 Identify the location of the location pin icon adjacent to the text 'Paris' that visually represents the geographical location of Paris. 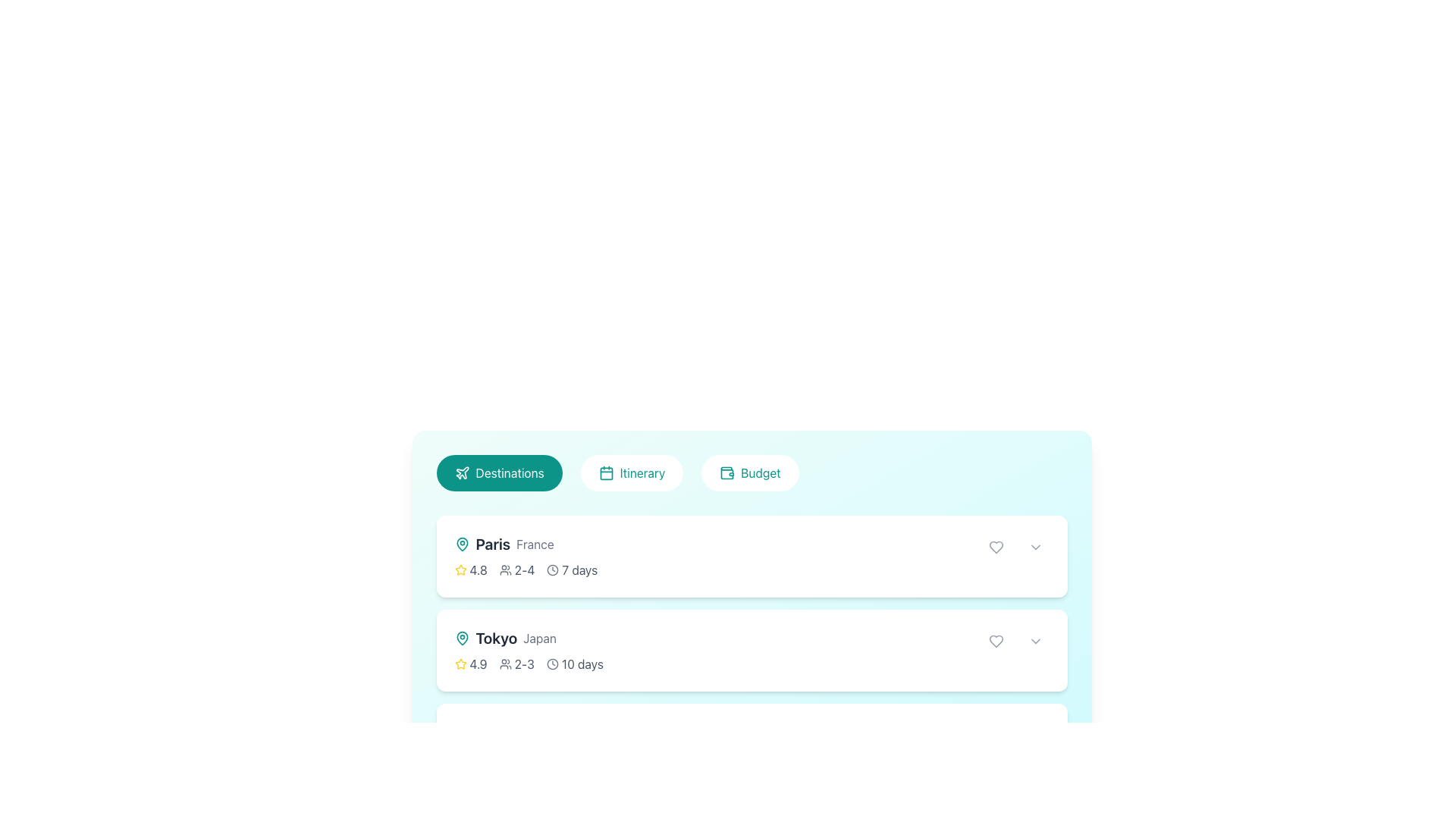
(461, 543).